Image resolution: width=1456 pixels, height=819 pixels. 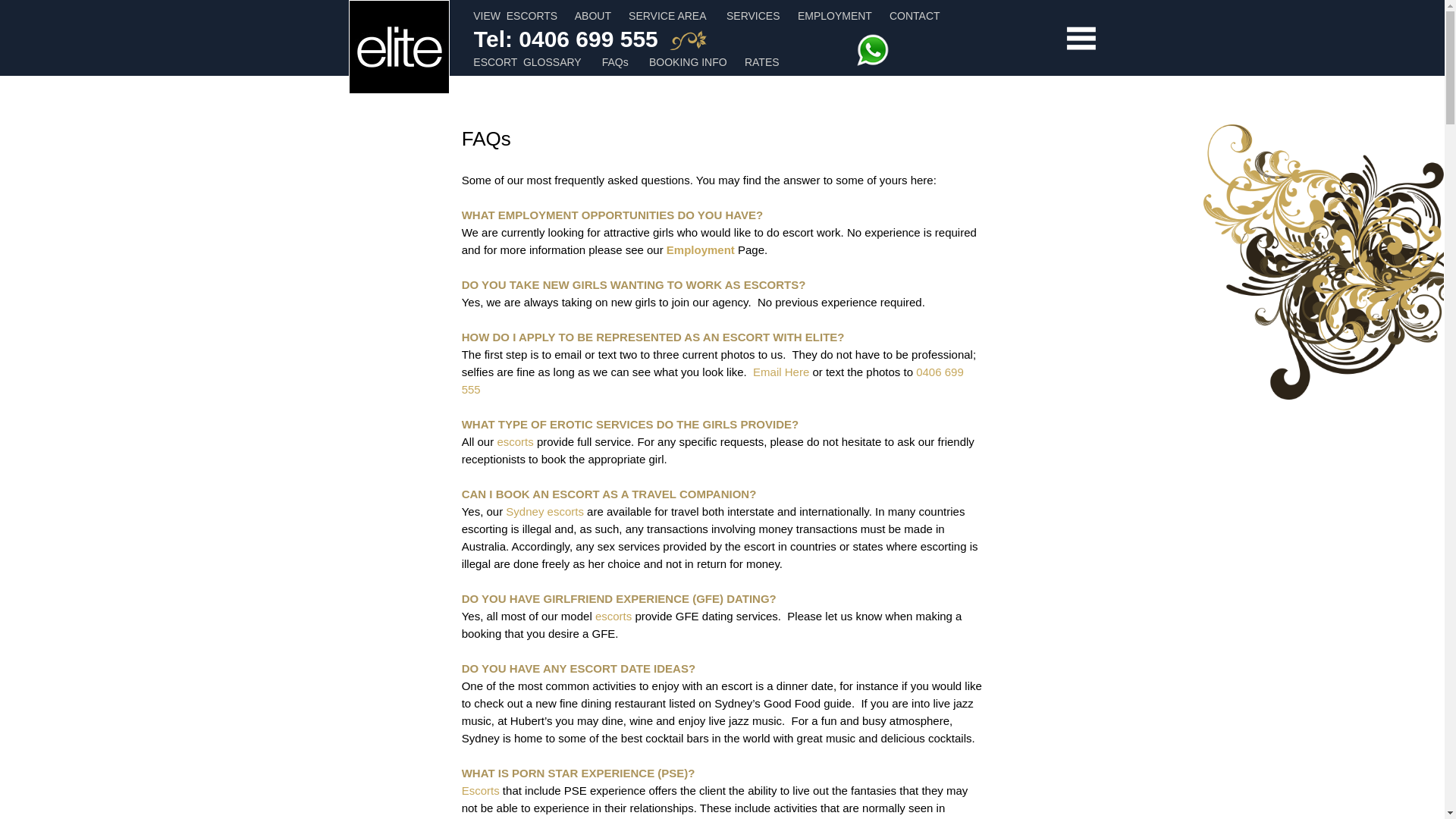 I want to click on 'VIEW  ESCORTS', so click(x=515, y=15).